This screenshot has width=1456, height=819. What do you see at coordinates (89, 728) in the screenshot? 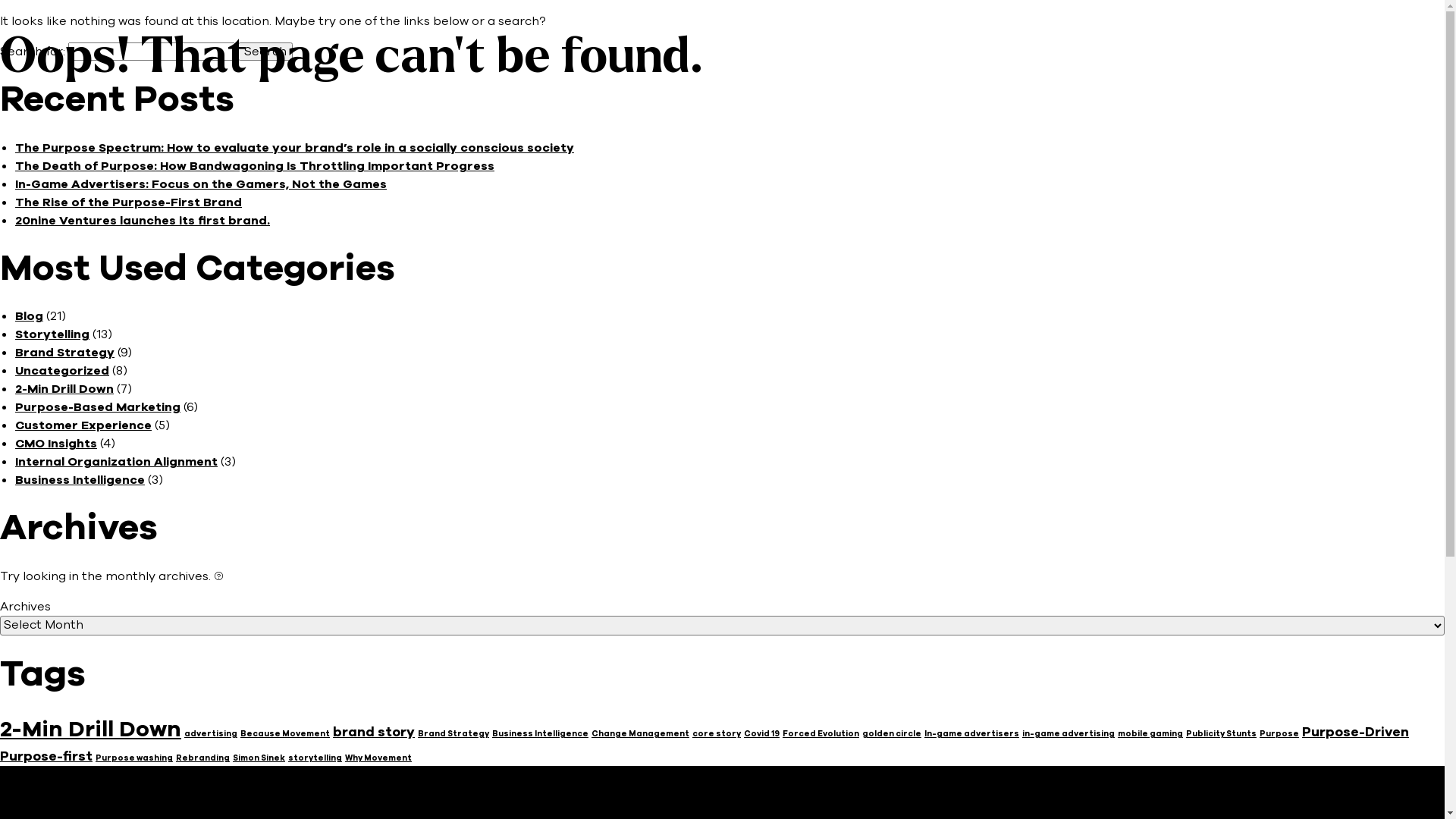
I see `'2-Min Drill Down'` at bounding box center [89, 728].